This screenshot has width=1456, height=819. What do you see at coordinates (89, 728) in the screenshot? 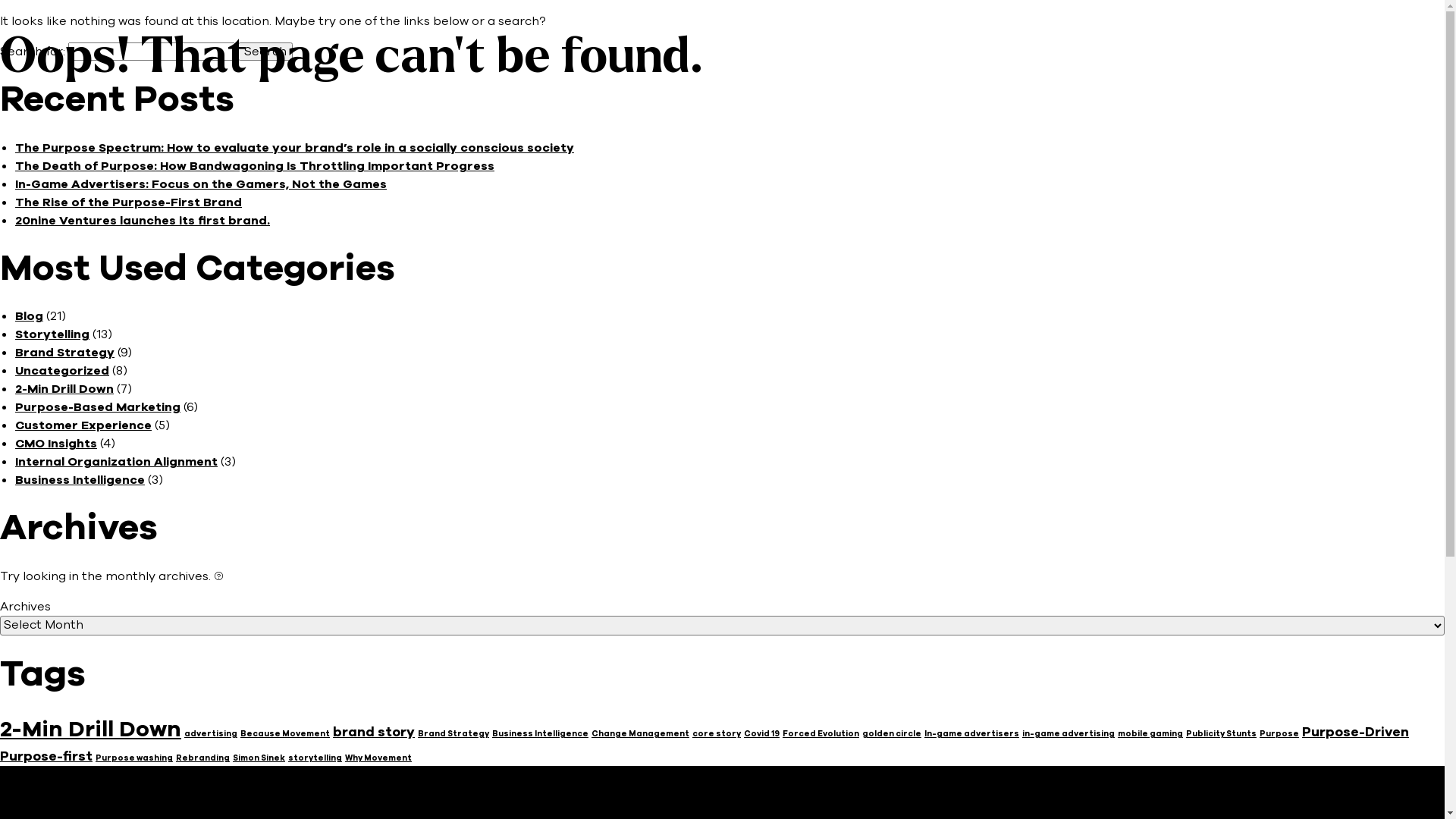
I see `'2-Min Drill Down'` at bounding box center [89, 728].